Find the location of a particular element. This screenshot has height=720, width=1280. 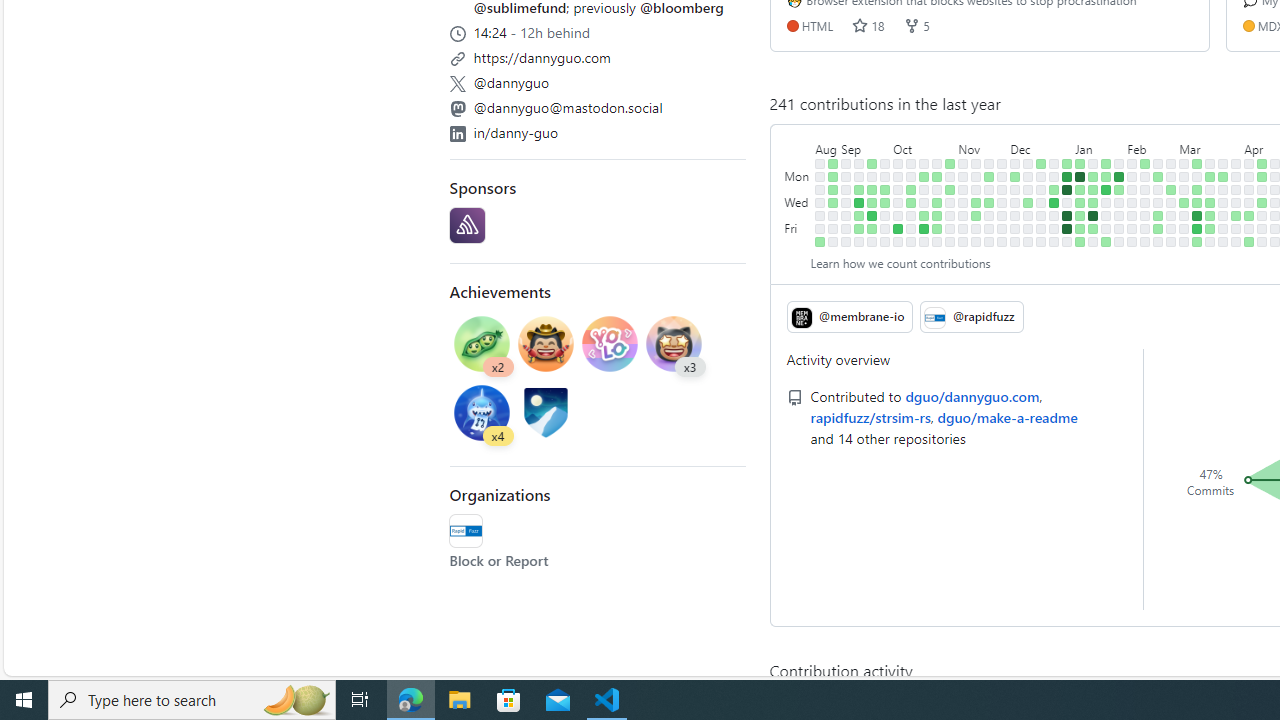

'No contributions on March 11th.' is located at coordinates (1197, 175).